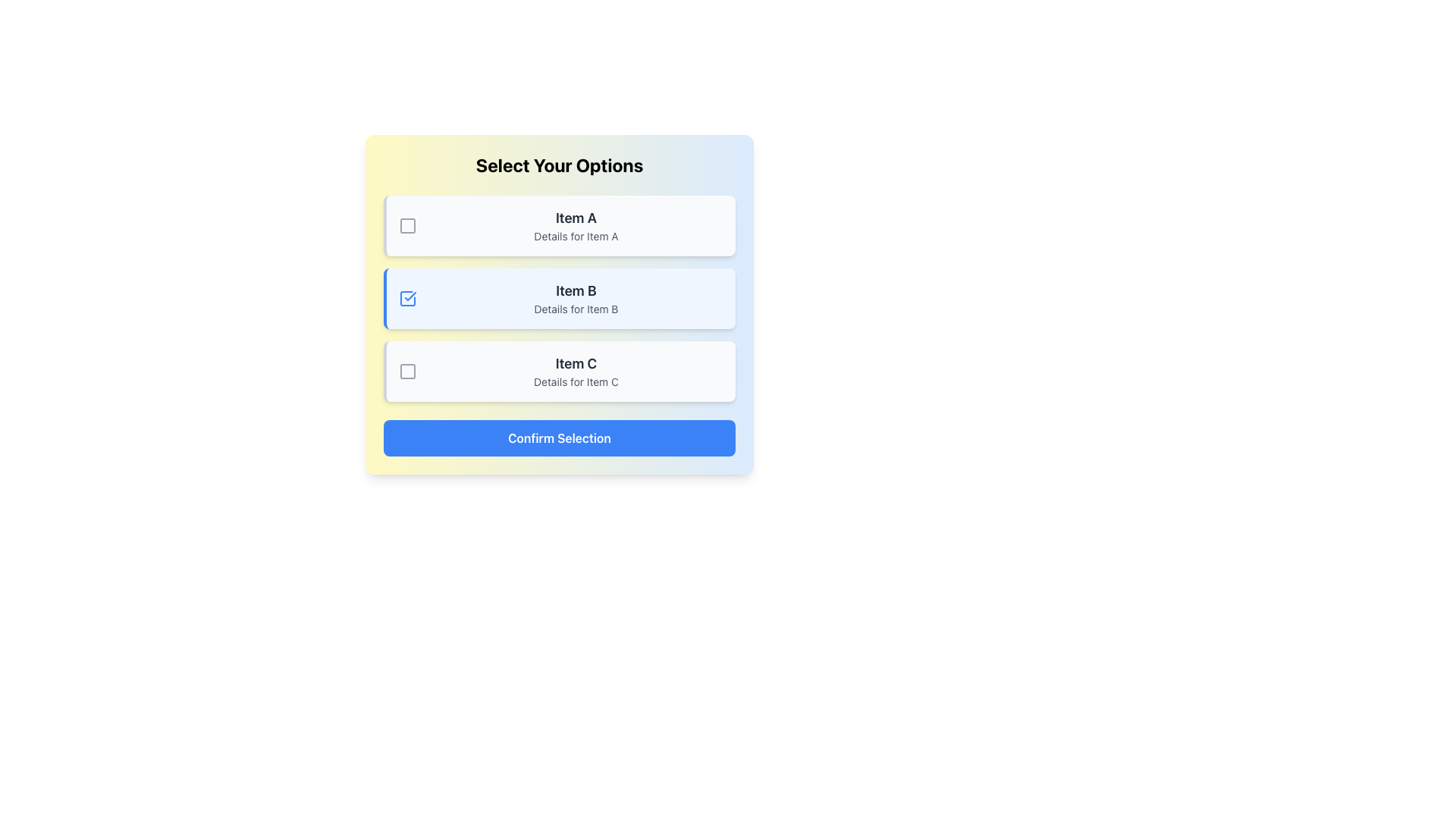 This screenshot has width=1456, height=819. What do you see at coordinates (575, 298) in the screenshot?
I see `text content displayed in the text area for 'Item B' which includes the title and description, located in the middle of a vertical group of options` at bounding box center [575, 298].